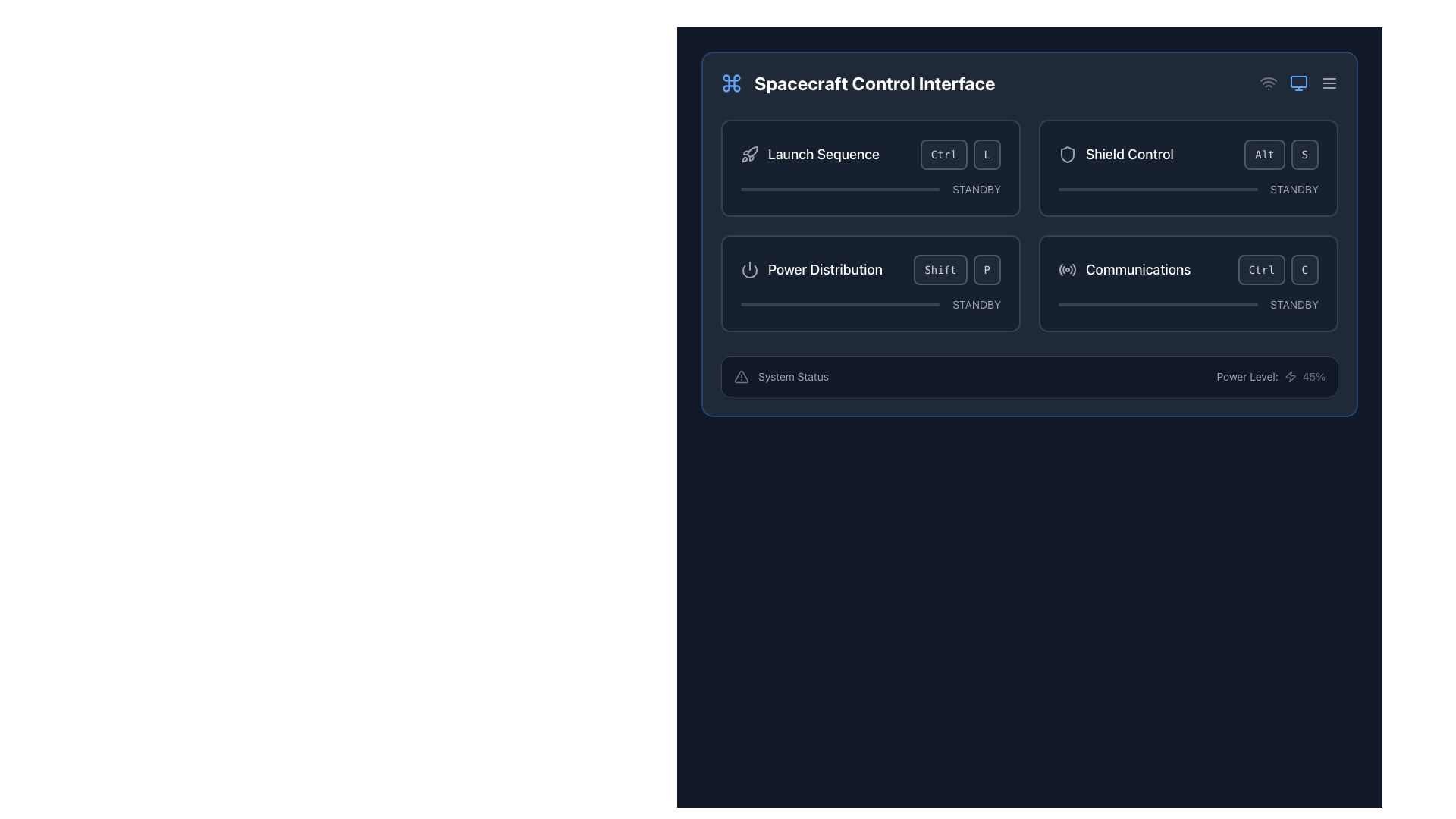 This screenshot has height=819, width=1456. What do you see at coordinates (1138, 268) in the screenshot?
I see `the 'Communications' label which indicates the functionality within the interface` at bounding box center [1138, 268].